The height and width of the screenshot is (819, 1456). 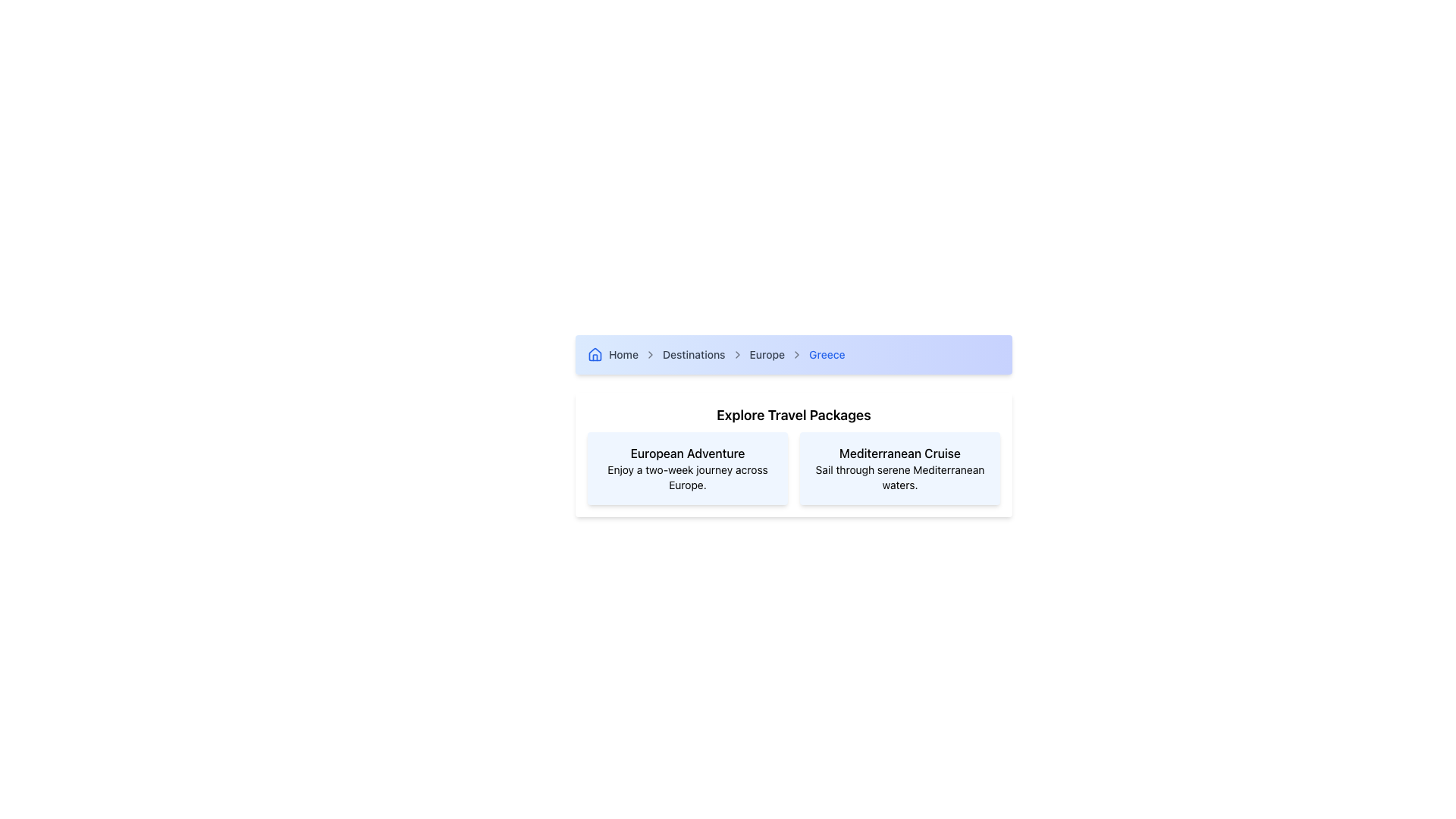 I want to click on the text content of the supporting description for the 'European Adventure' package located beneath its heading within the left card of a two-card layout, so click(x=687, y=476).